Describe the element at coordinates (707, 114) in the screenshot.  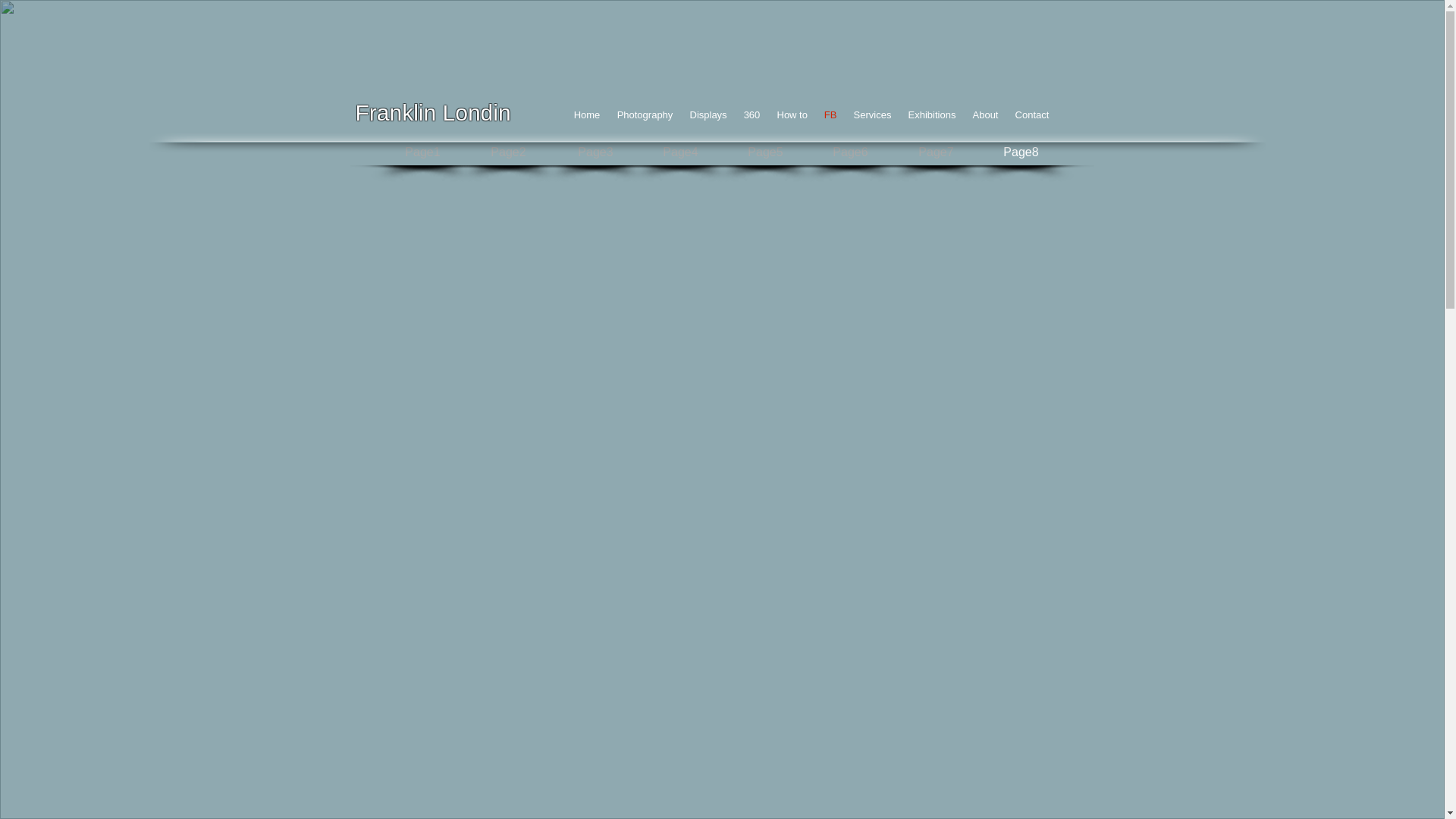
I see `'Displays'` at that location.